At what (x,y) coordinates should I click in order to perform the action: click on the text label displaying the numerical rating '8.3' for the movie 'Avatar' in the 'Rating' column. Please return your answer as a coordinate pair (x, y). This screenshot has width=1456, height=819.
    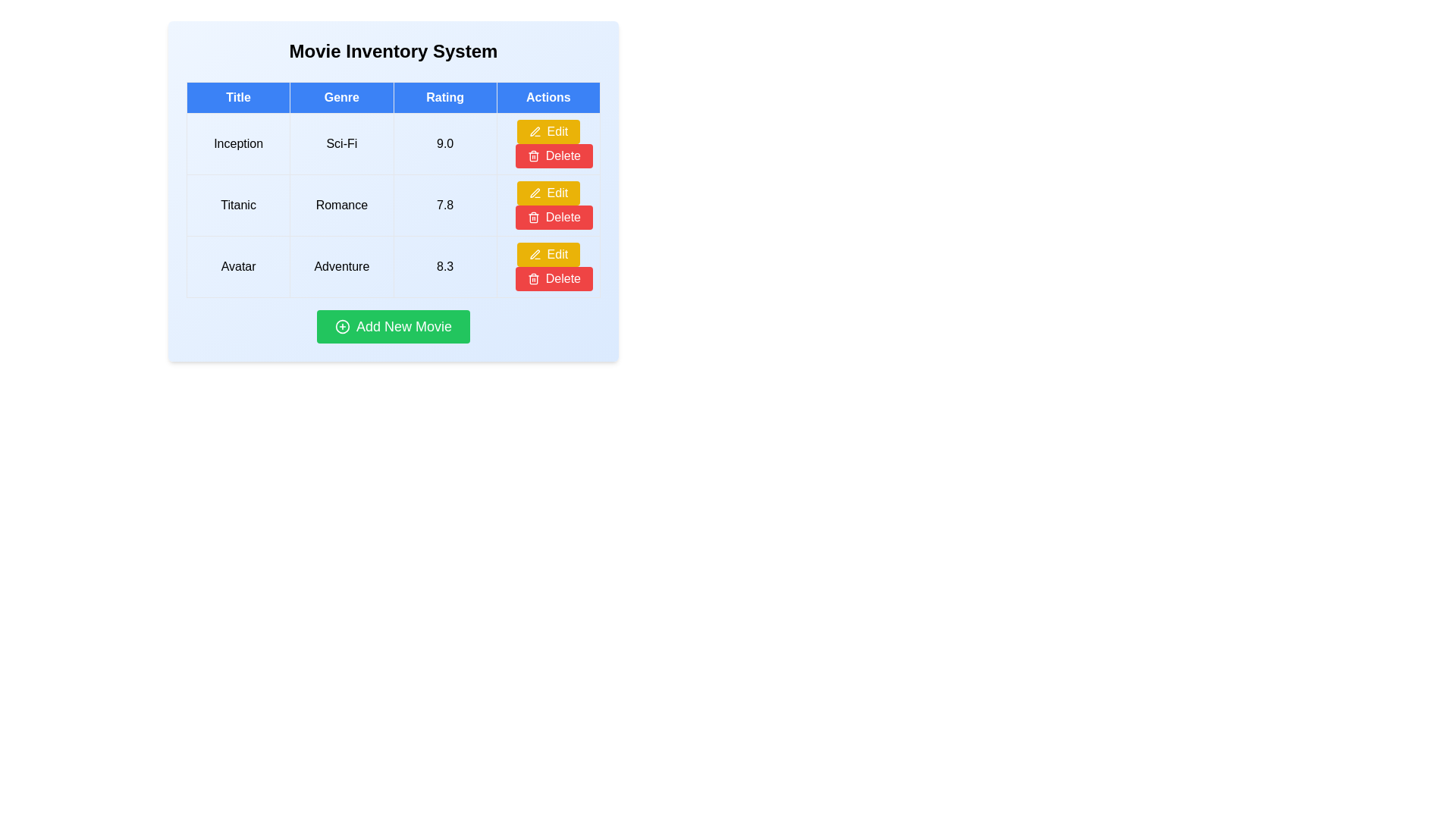
    Looking at the image, I should click on (444, 265).